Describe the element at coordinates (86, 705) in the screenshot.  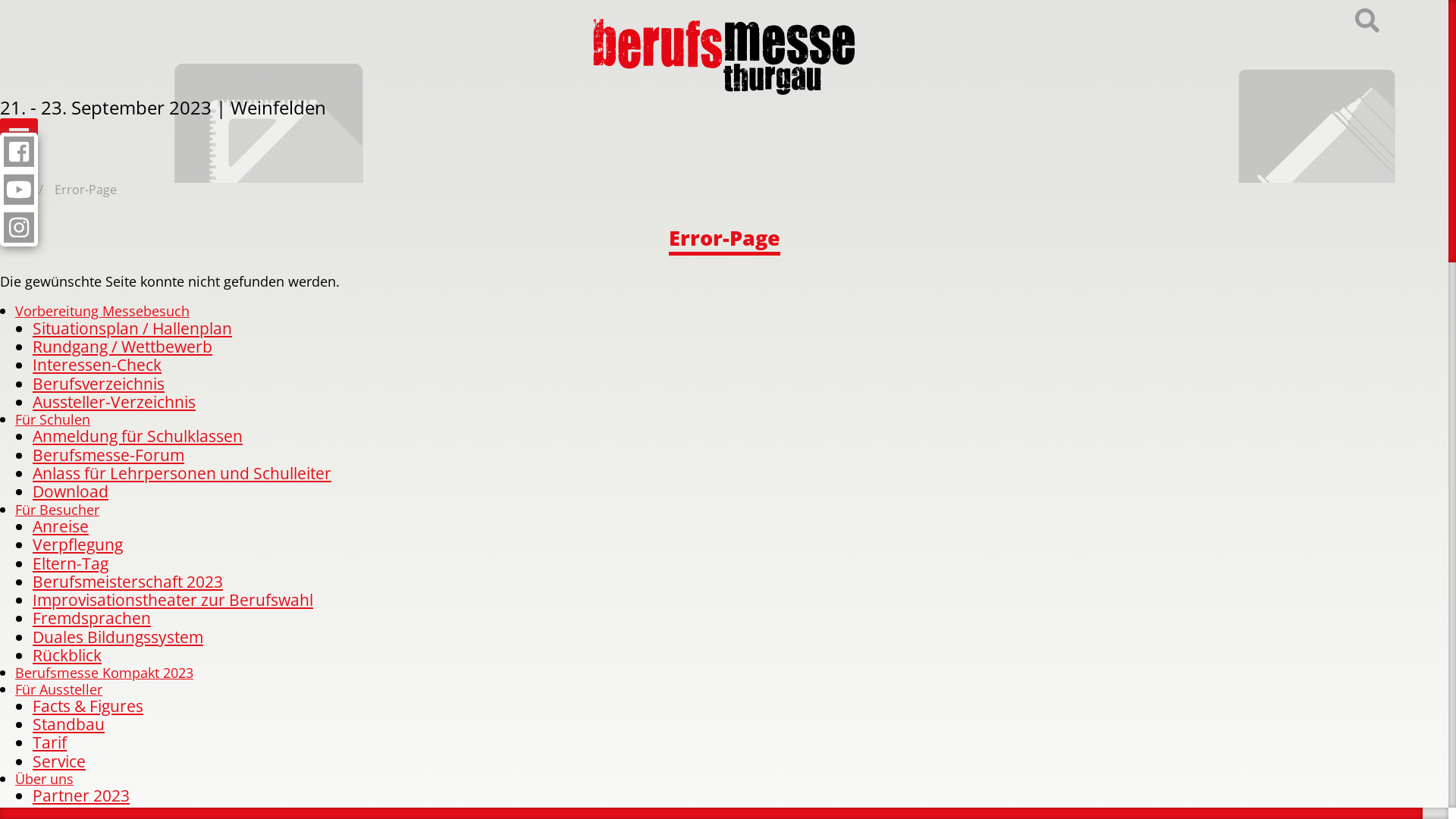
I see `'Facts & Figures'` at that location.